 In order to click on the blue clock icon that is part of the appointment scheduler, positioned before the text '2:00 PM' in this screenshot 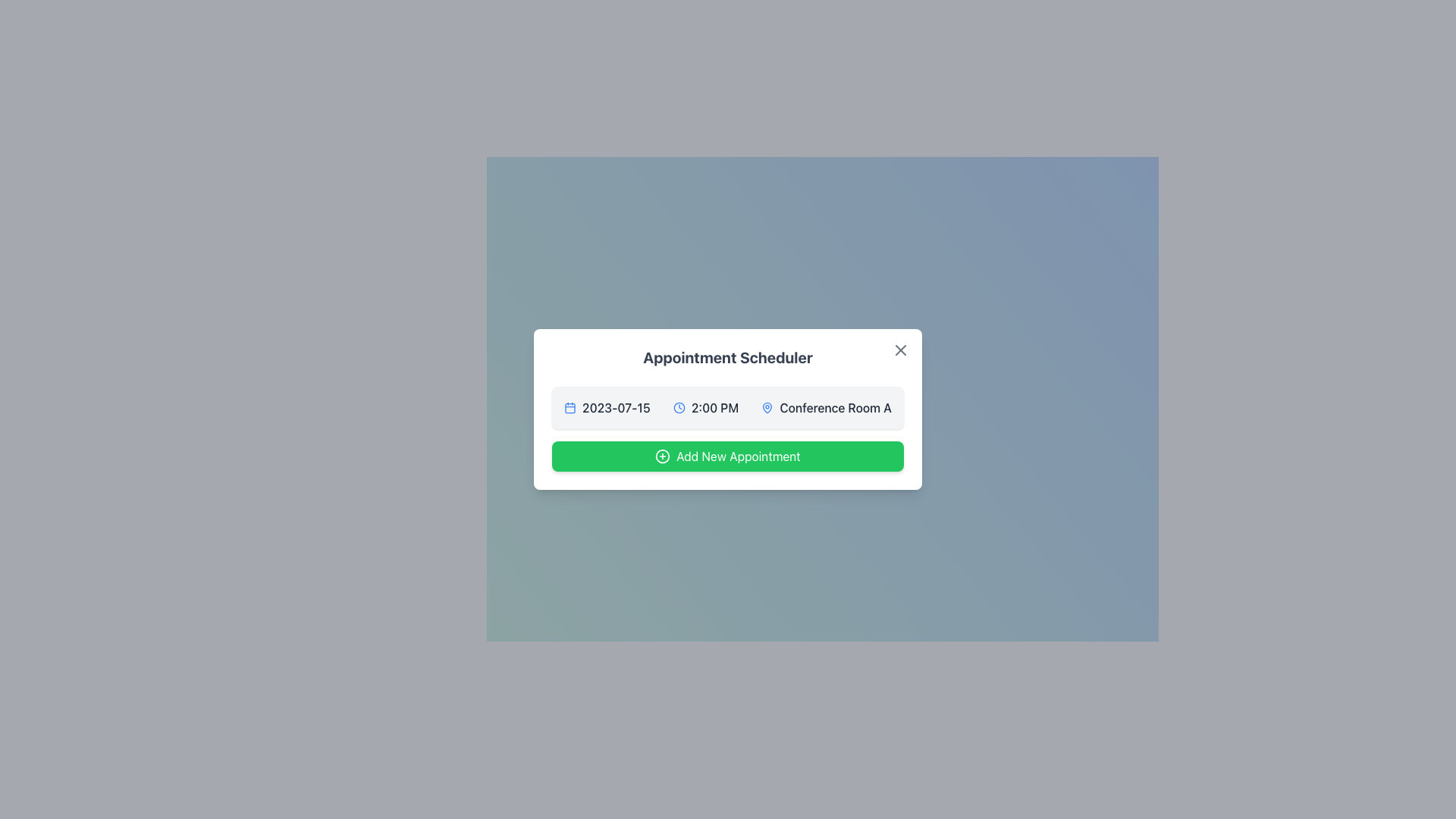, I will do `click(678, 406)`.